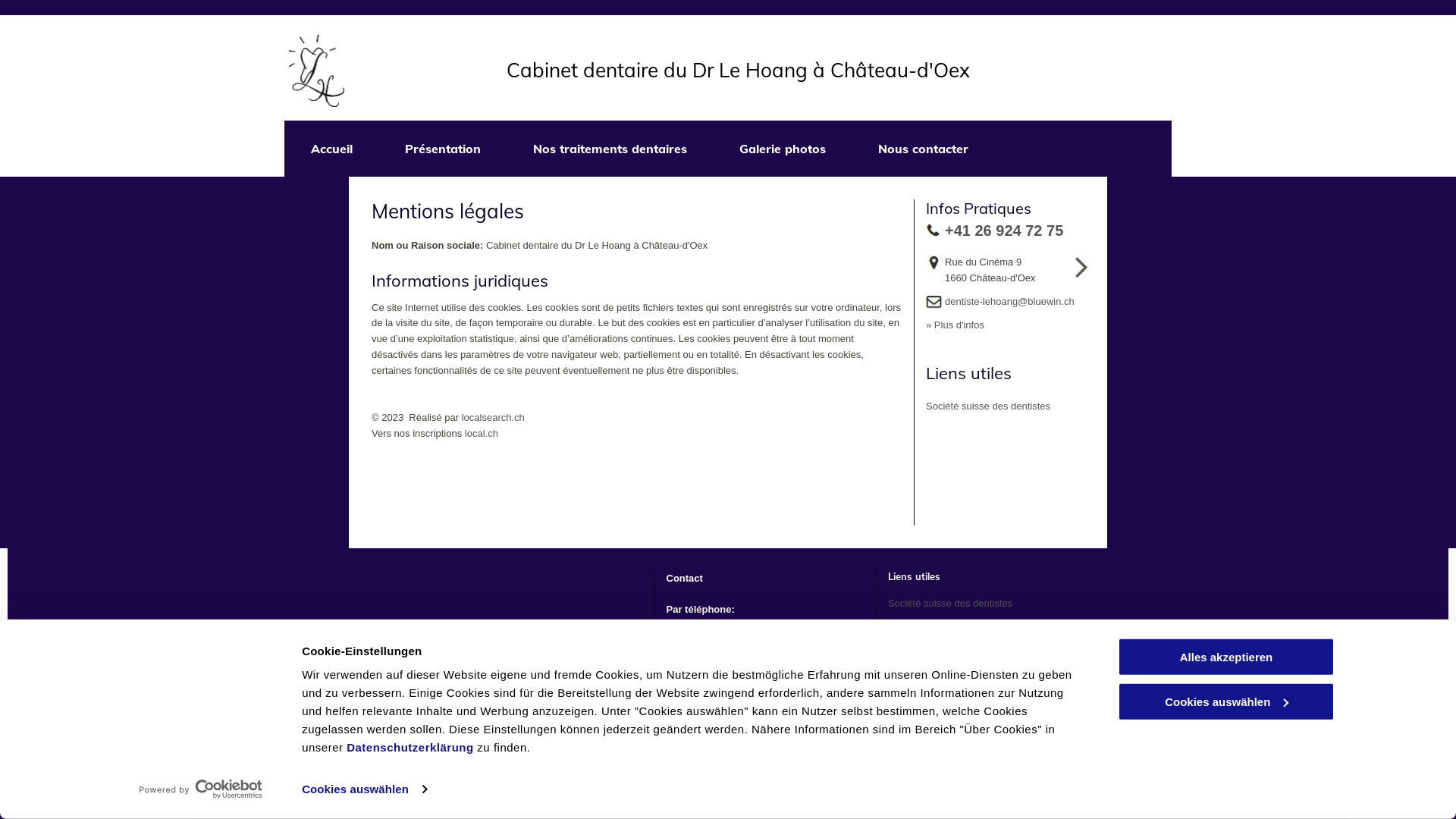  What do you see at coordinates (330, 149) in the screenshot?
I see `'Accueil'` at bounding box center [330, 149].